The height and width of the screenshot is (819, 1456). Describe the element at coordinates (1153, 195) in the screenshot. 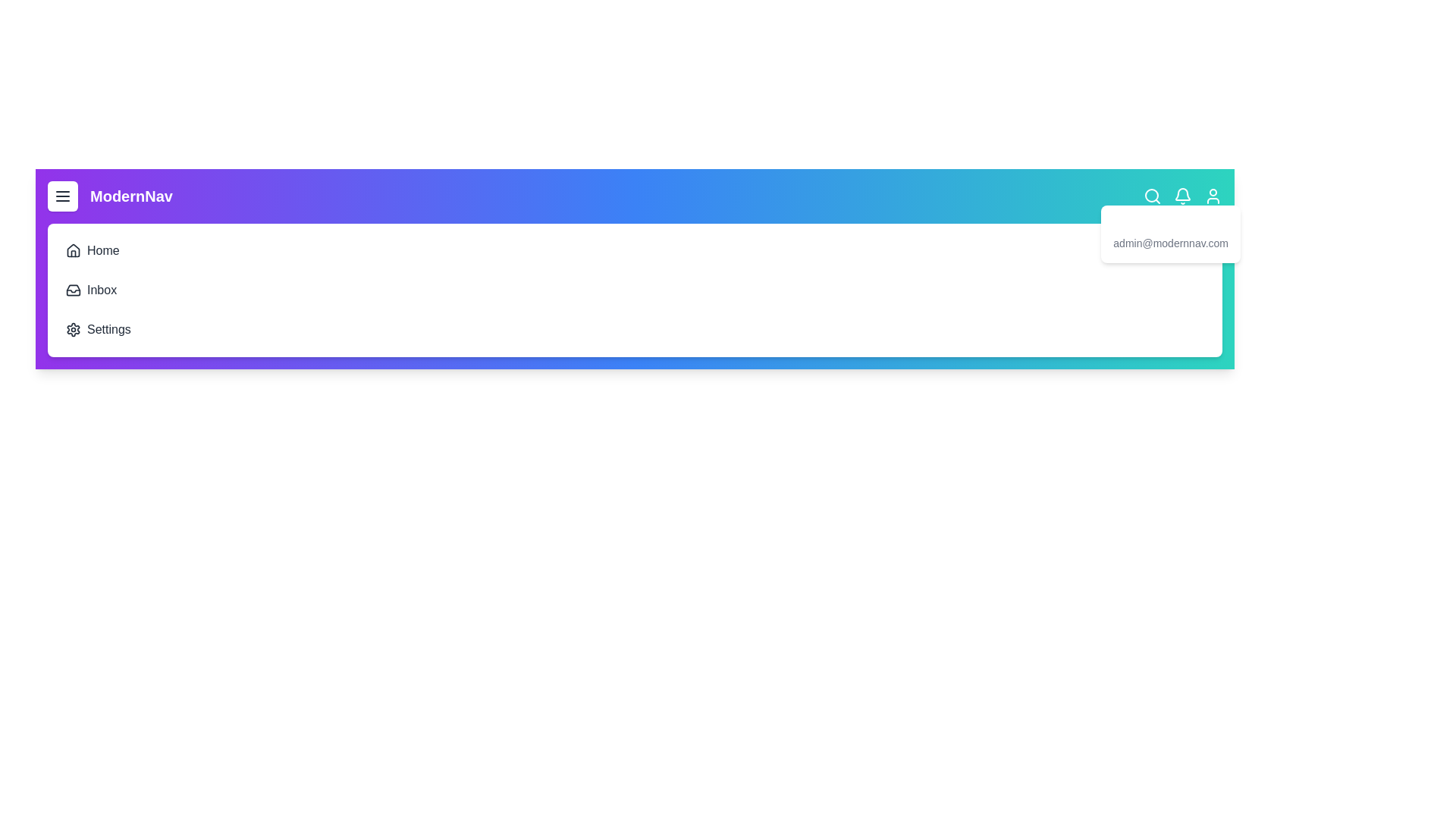

I see `the Search icon` at that location.